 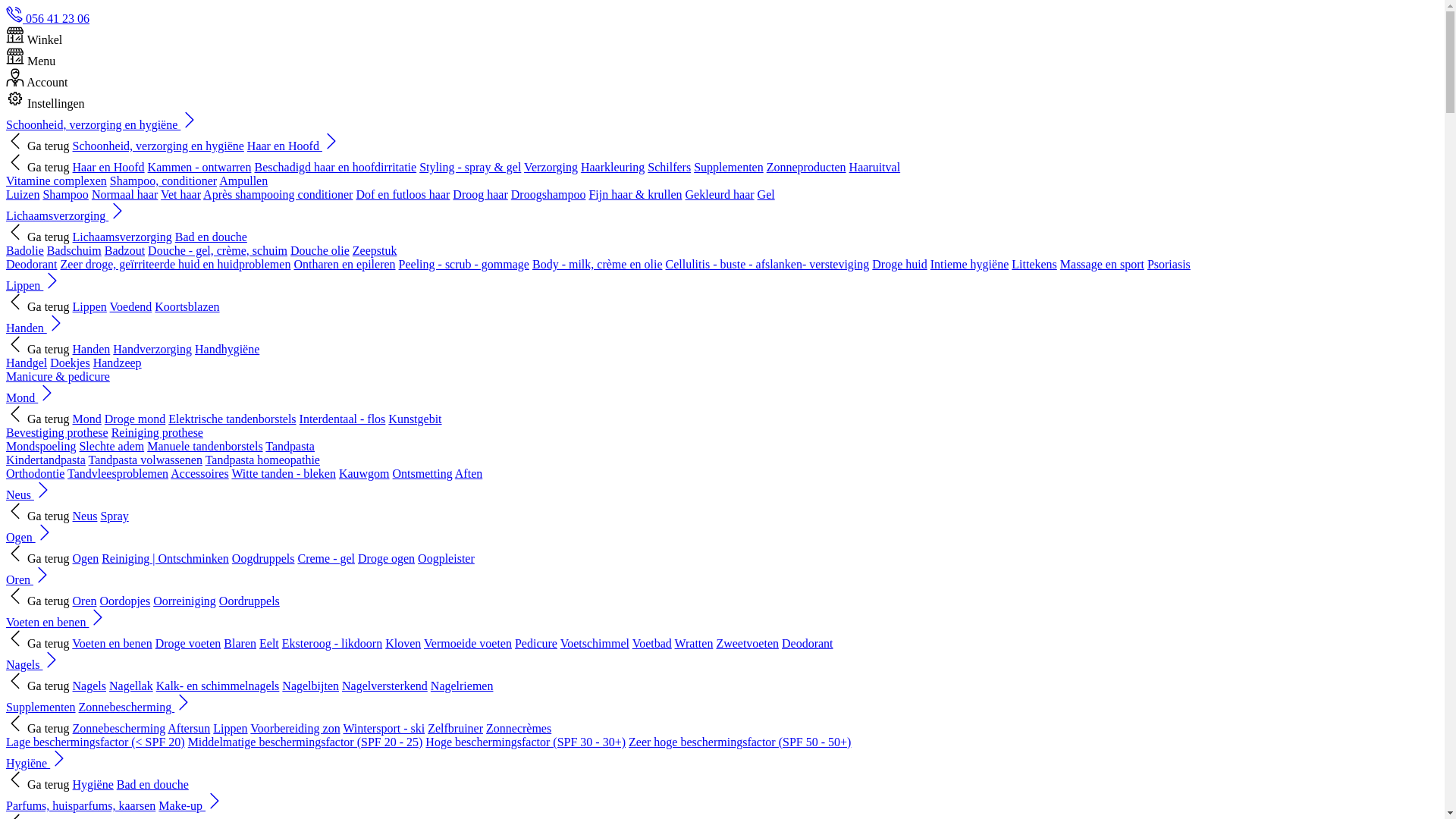 What do you see at coordinates (635, 193) in the screenshot?
I see `'Fijn haar & krullen'` at bounding box center [635, 193].